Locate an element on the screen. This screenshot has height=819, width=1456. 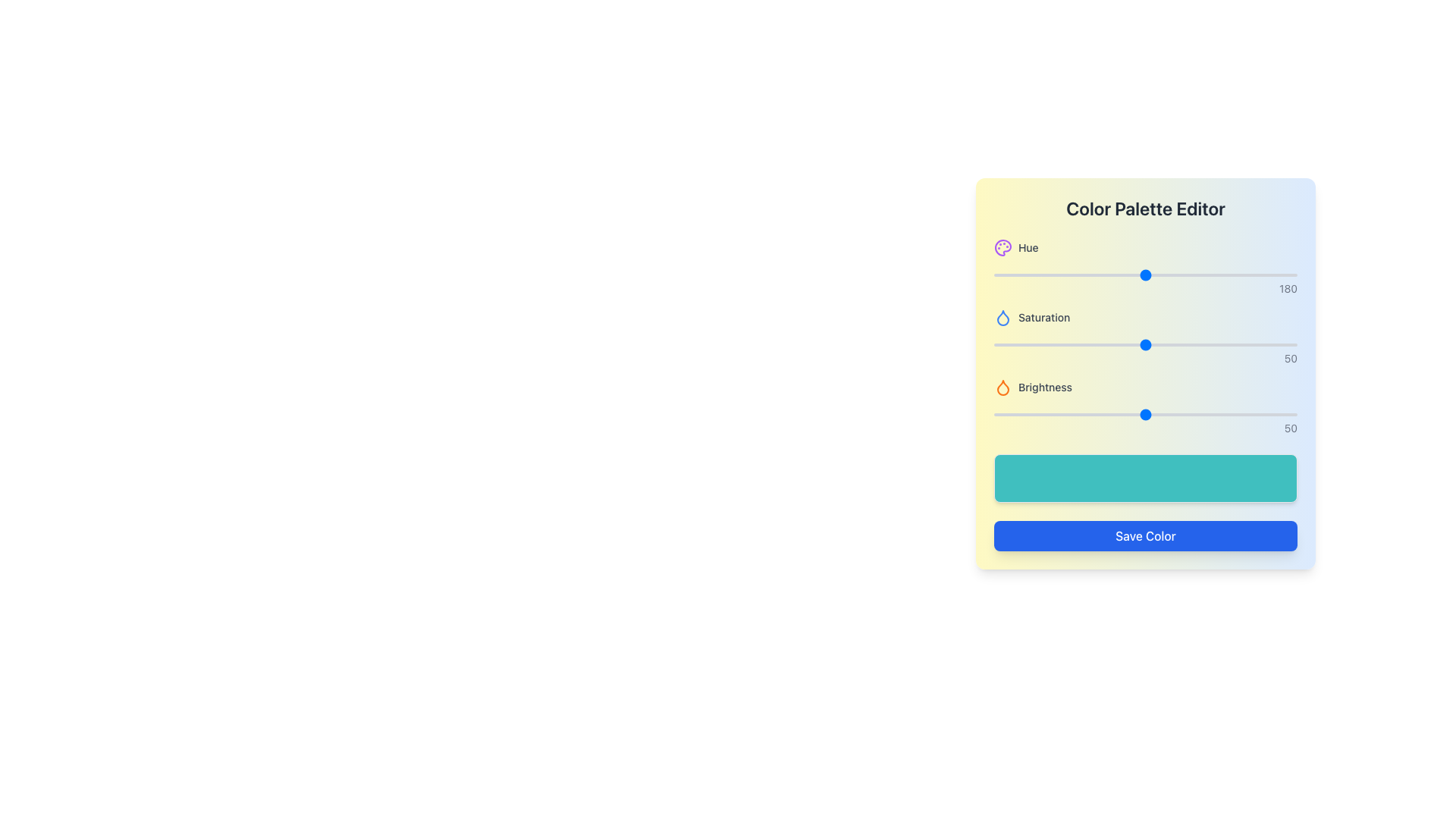
the slider value is located at coordinates (1187, 345).